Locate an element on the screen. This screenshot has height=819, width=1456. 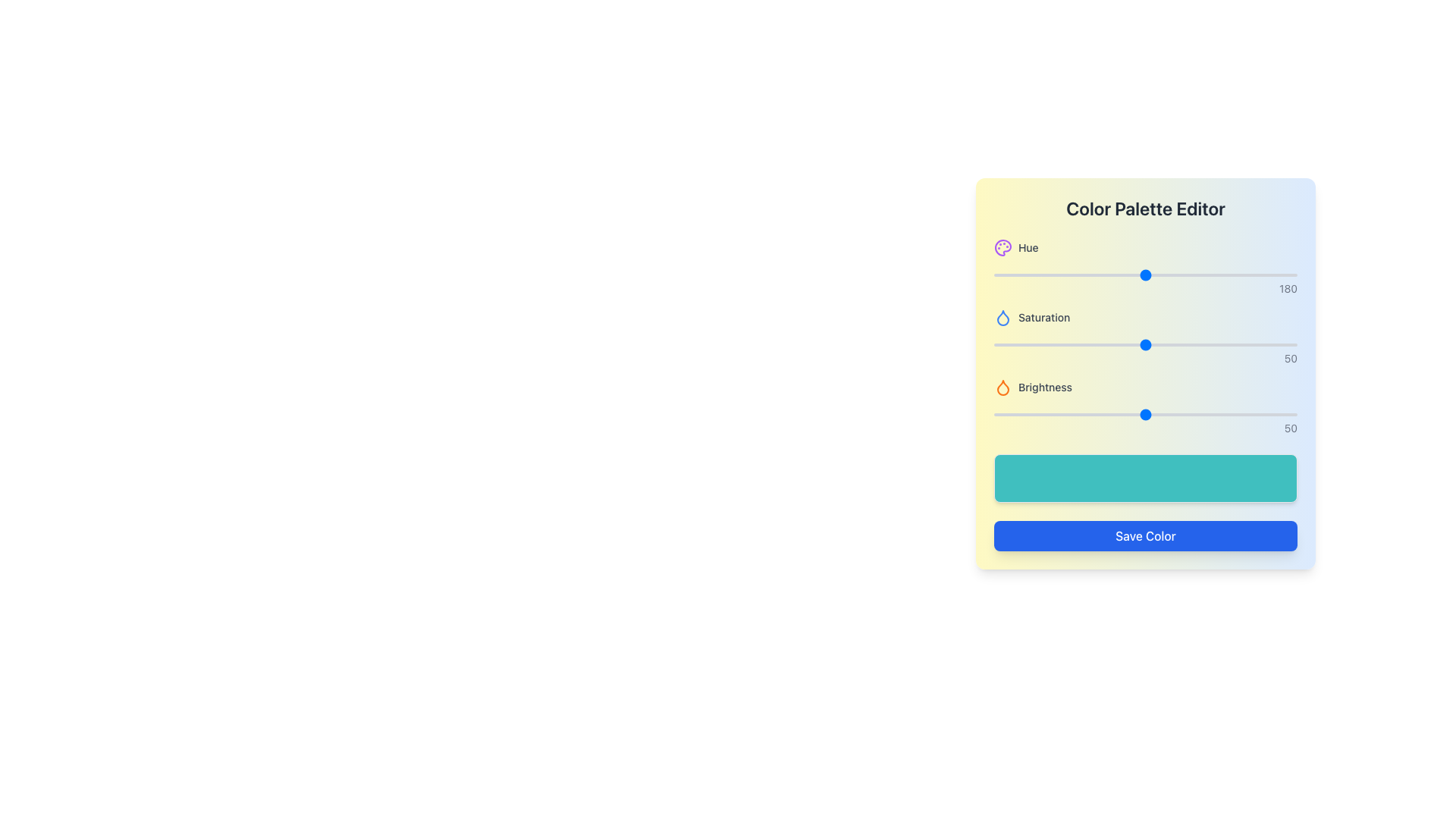
the slider value is located at coordinates (1187, 345).